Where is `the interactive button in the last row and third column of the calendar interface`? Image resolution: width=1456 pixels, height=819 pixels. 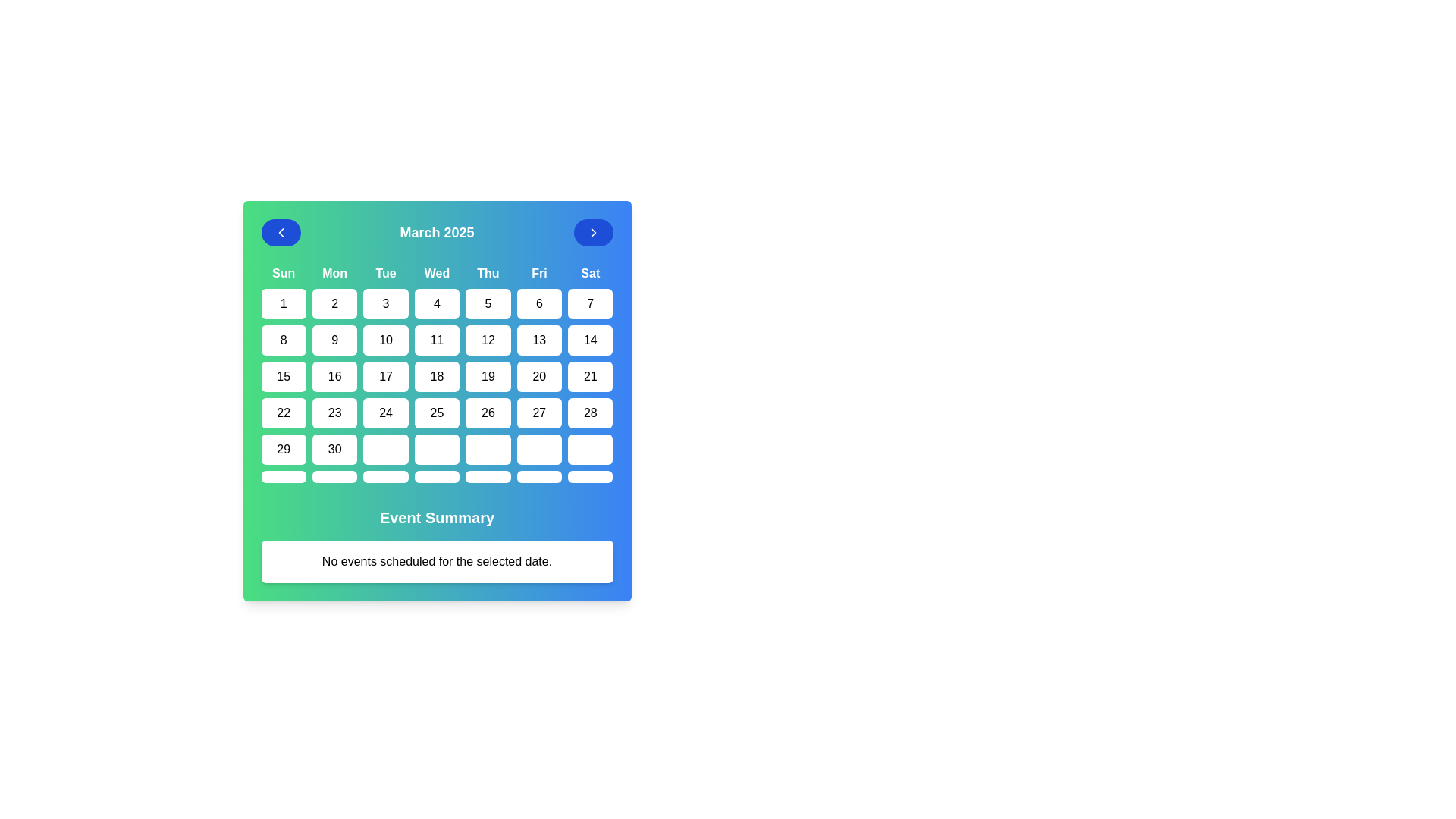 the interactive button in the last row and third column of the calendar interface is located at coordinates (385, 475).